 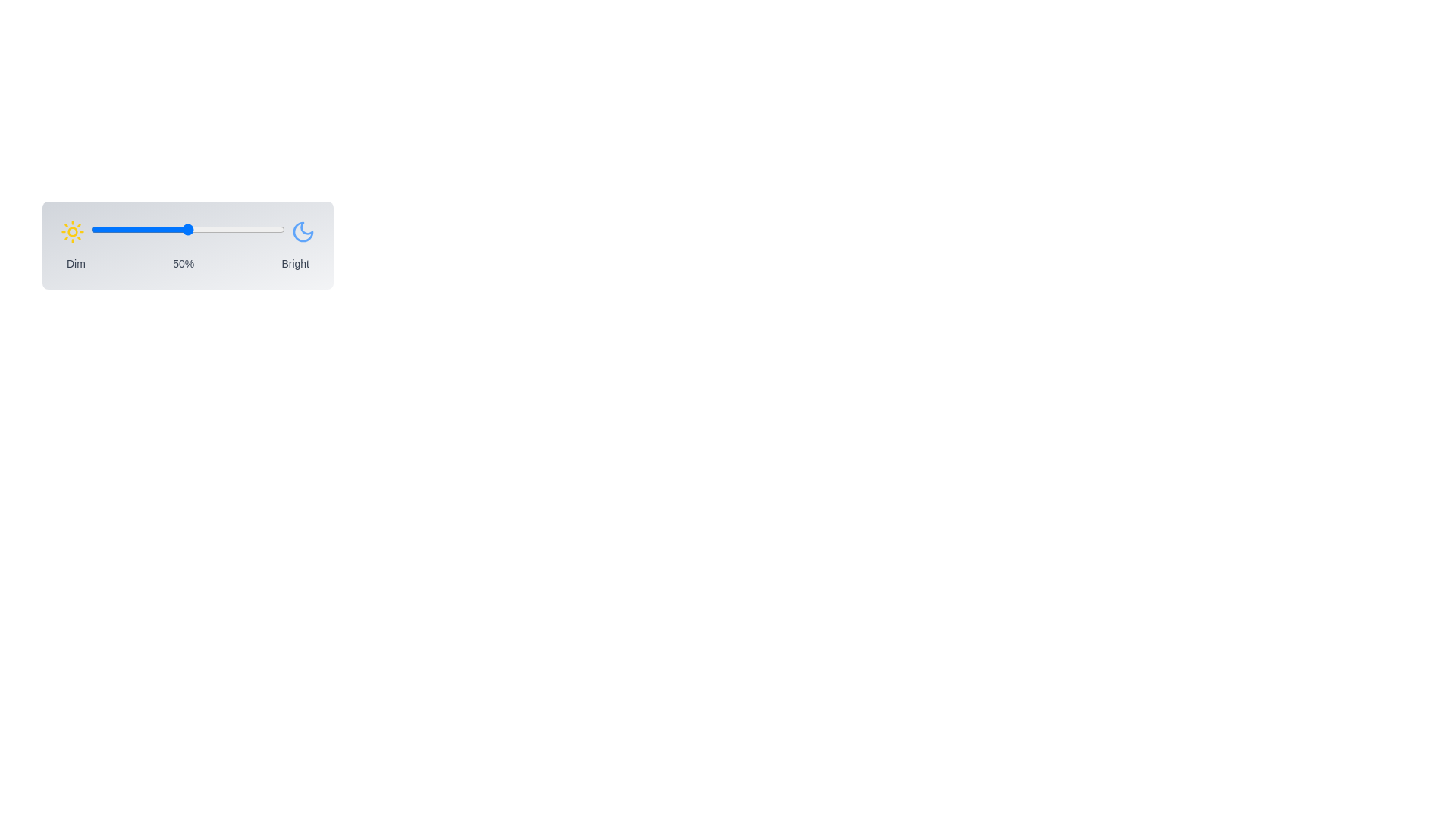 What do you see at coordinates (72, 231) in the screenshot?
I see `the sun icon to activate its functionality` at bounding box center [72, 231].